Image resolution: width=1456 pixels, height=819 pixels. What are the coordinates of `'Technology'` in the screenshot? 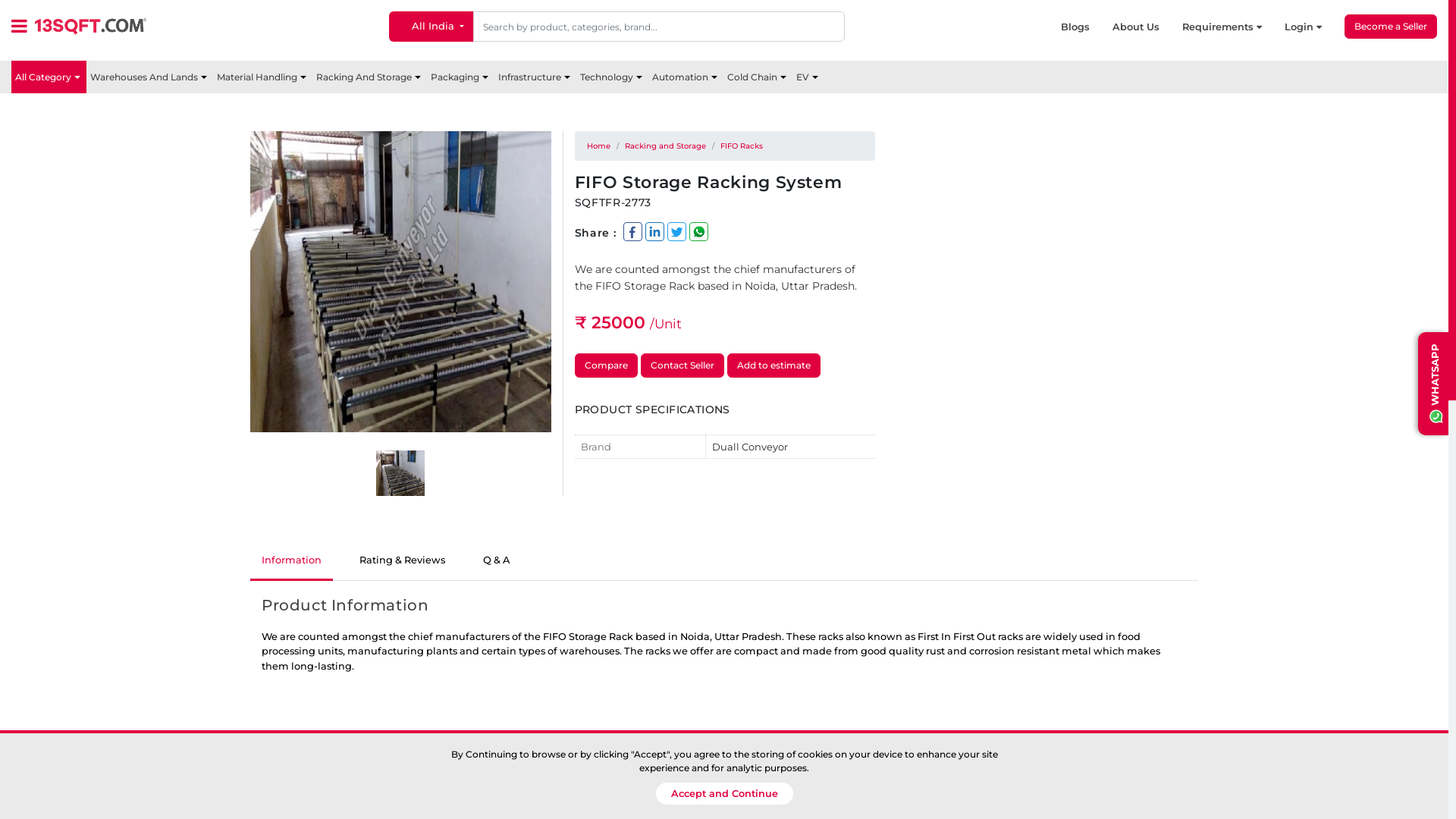 It's located at (612, 77).